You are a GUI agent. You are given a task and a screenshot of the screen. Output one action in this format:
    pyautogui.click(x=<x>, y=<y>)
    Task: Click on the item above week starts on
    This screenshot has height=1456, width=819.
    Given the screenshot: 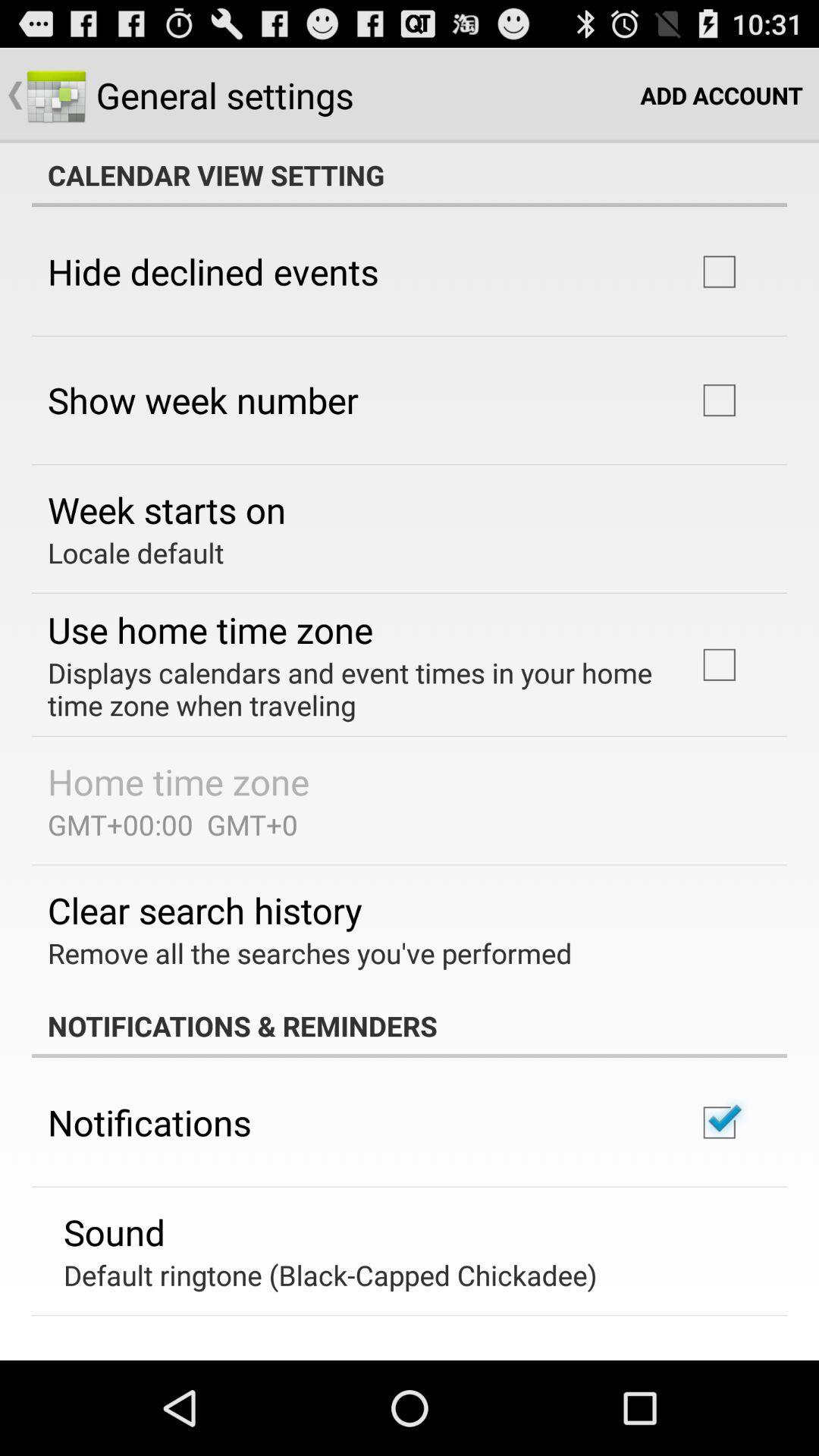 What is the action you would take?
    pyautogui.click(x=202, y=400)
    